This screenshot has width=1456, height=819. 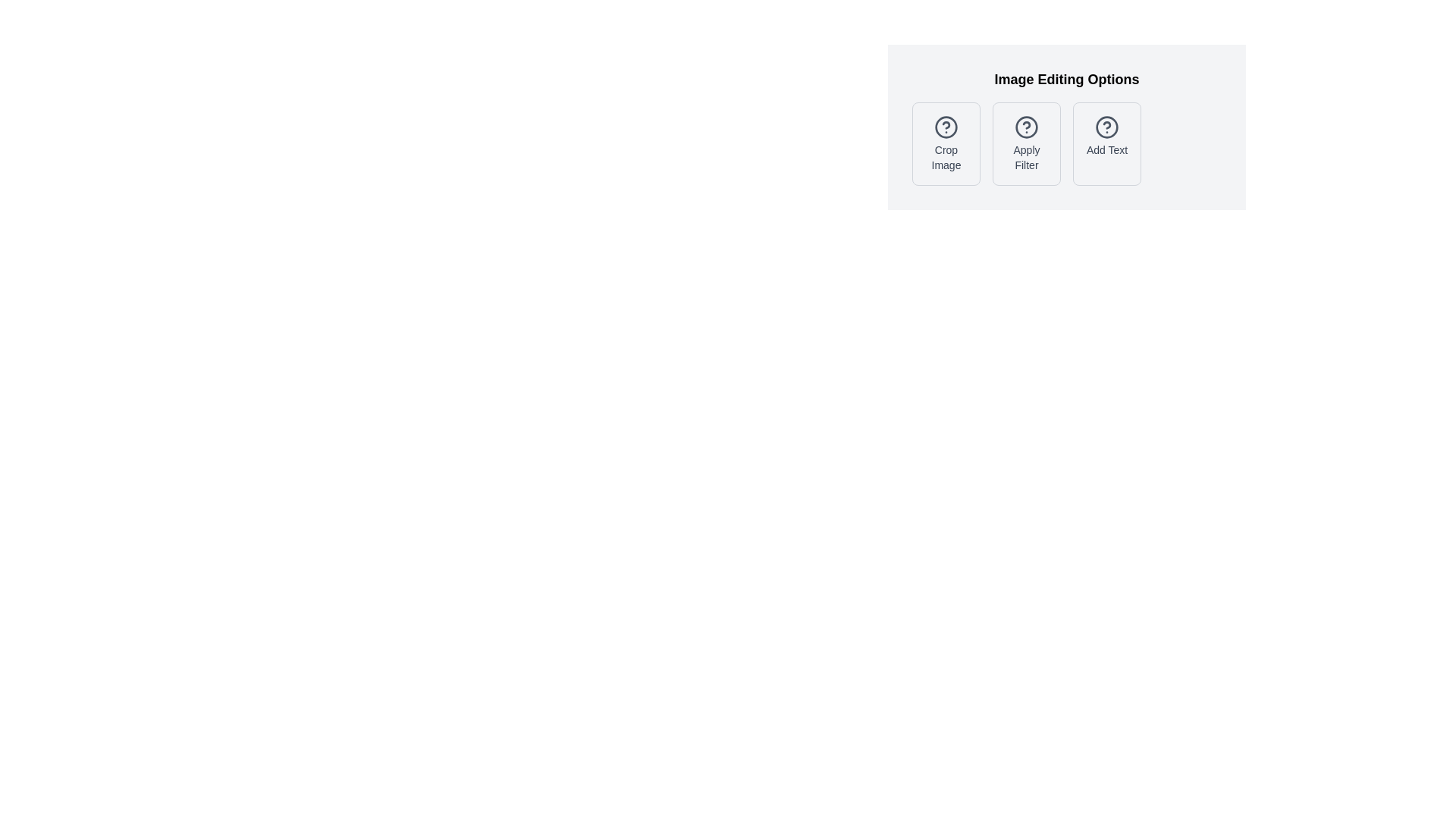 I want to click on the 'Apply Filter' option in the horizontal menu or toolbar located at the top-center of the interface, so click(x=1065, y=127).